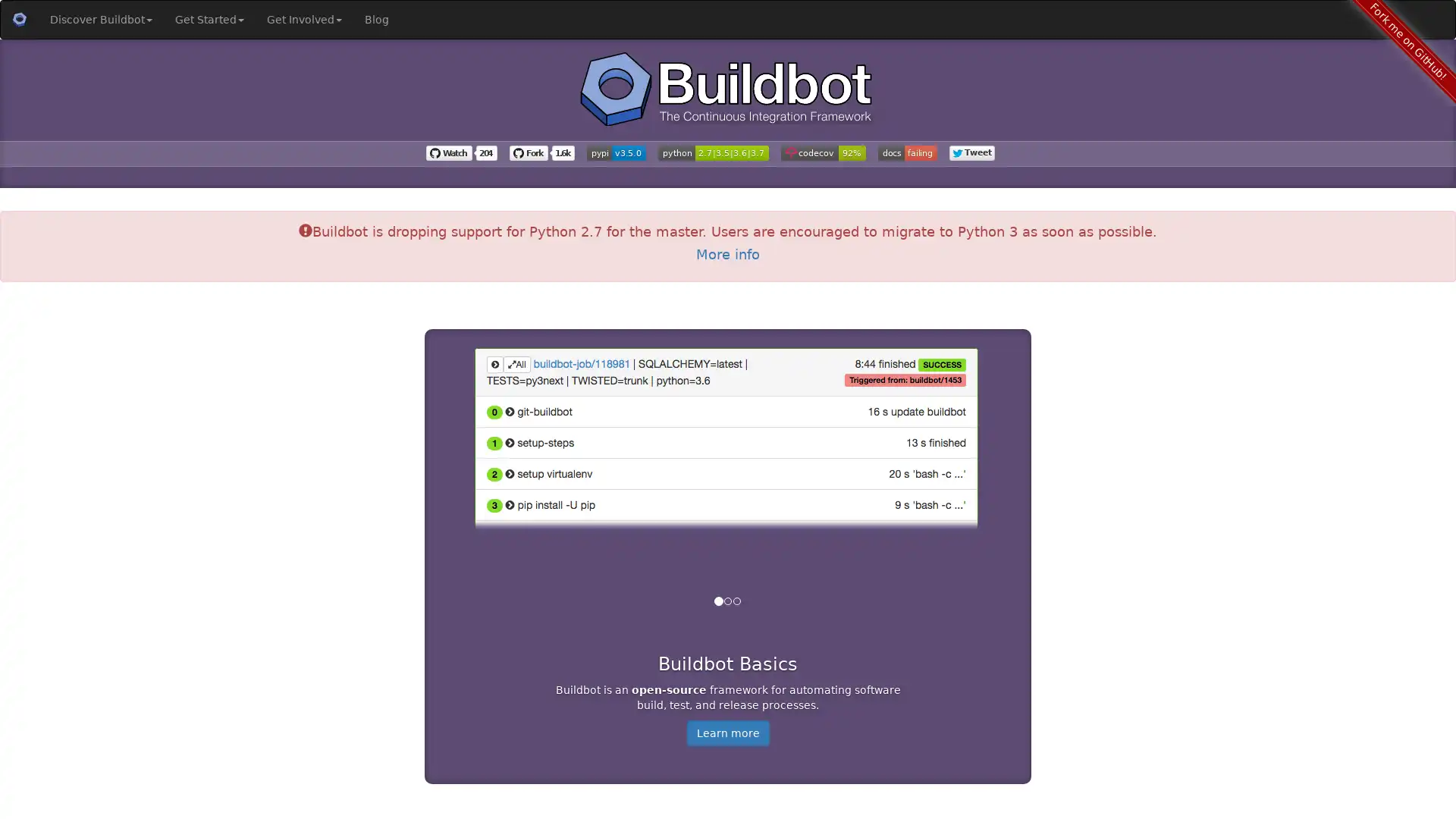 Image resolution: width=1456 pixels, height=819 pixels. Describe the element at coordinates (303, 20) in the screenshot. I see `Get Involved` at that location.